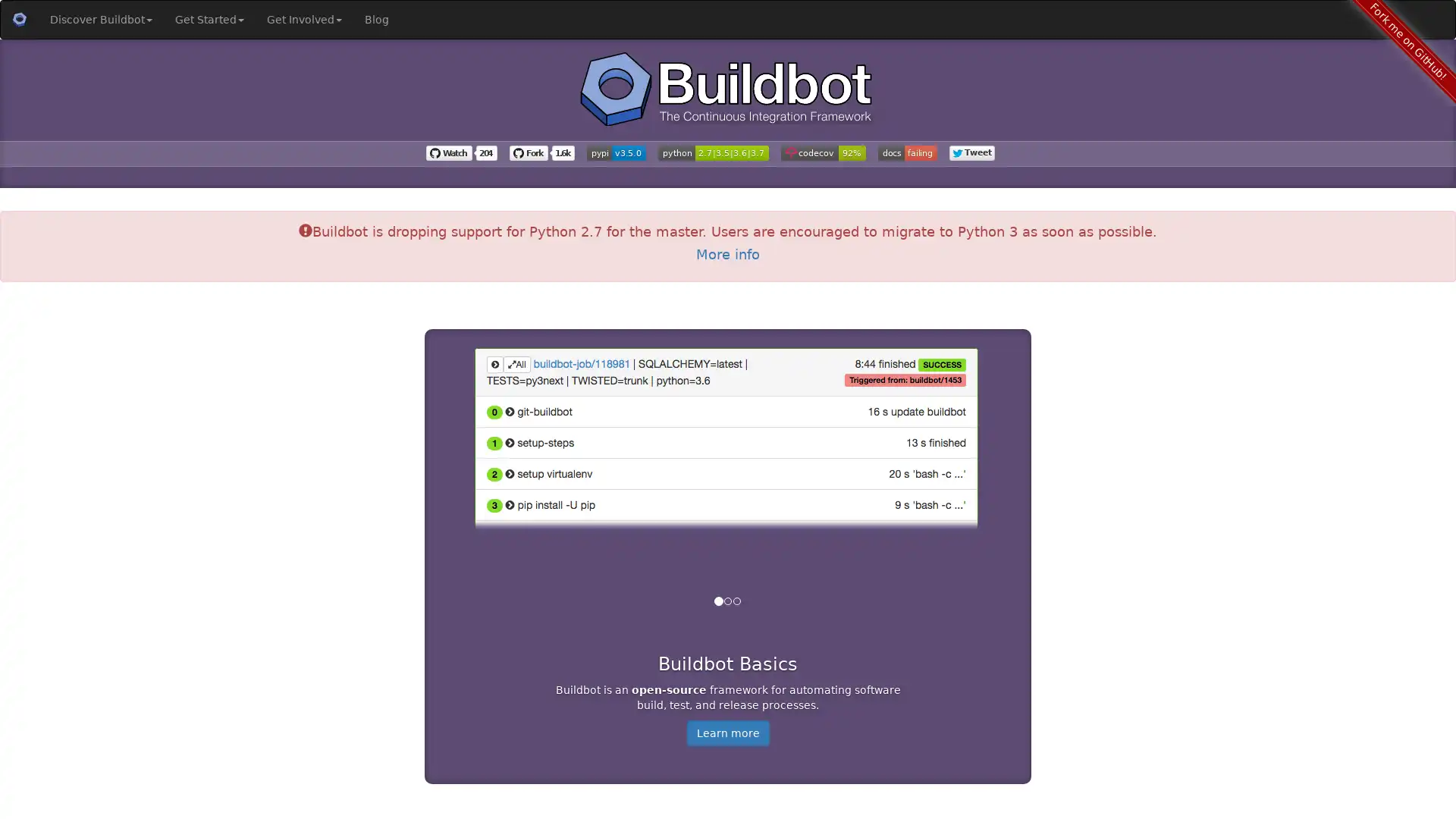 Image resolution: width=1456 pixels, height=819 pixels. Describe the element at coordinates (303, 20) in the screenshot. I see `Get Involved` at that location.